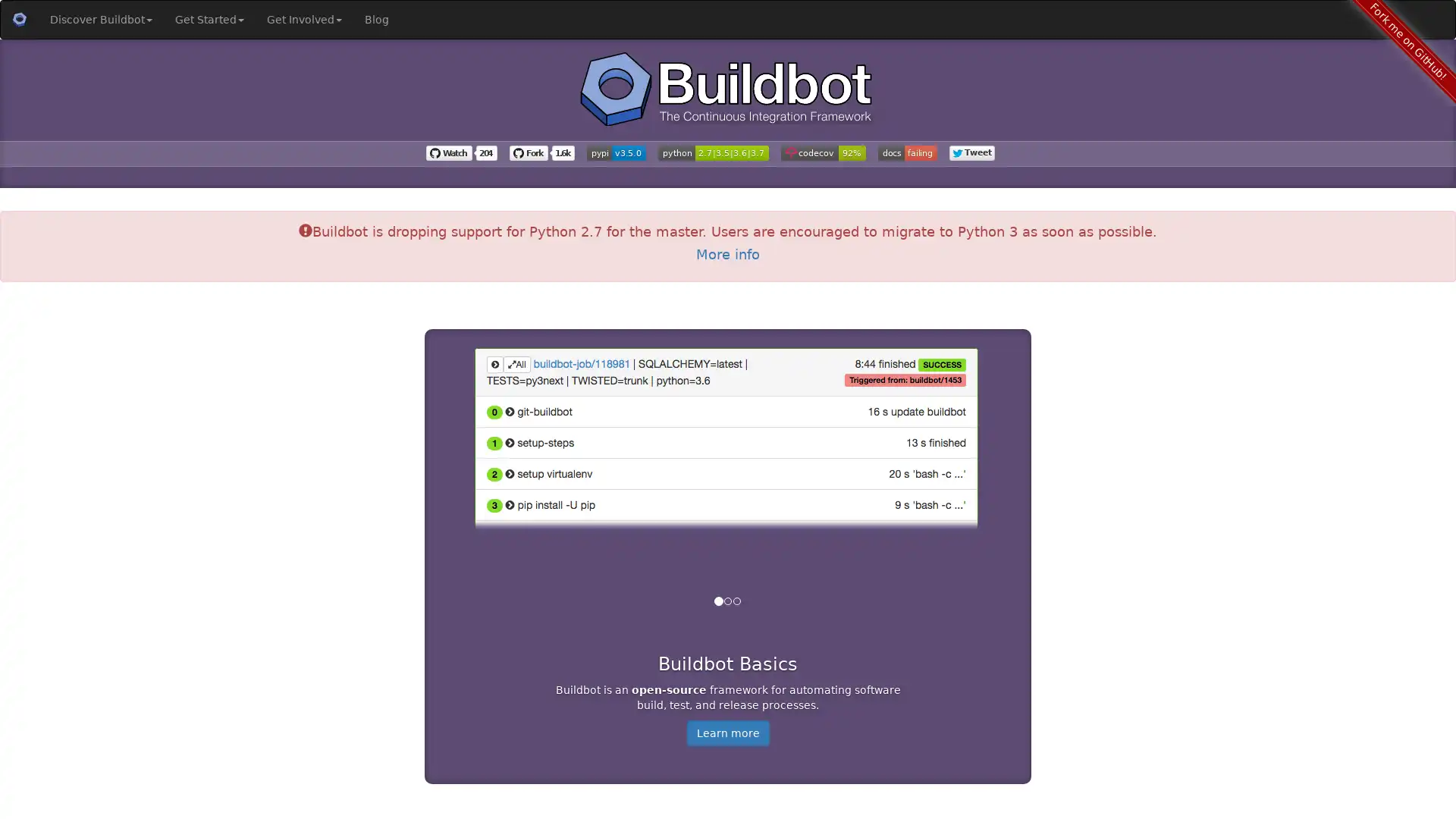 Image resolution: width=1456 pixels, height=819 pixels. Describe the element at coordinates (303, 20) in the screenshot. I see `Get Involved` at that location.